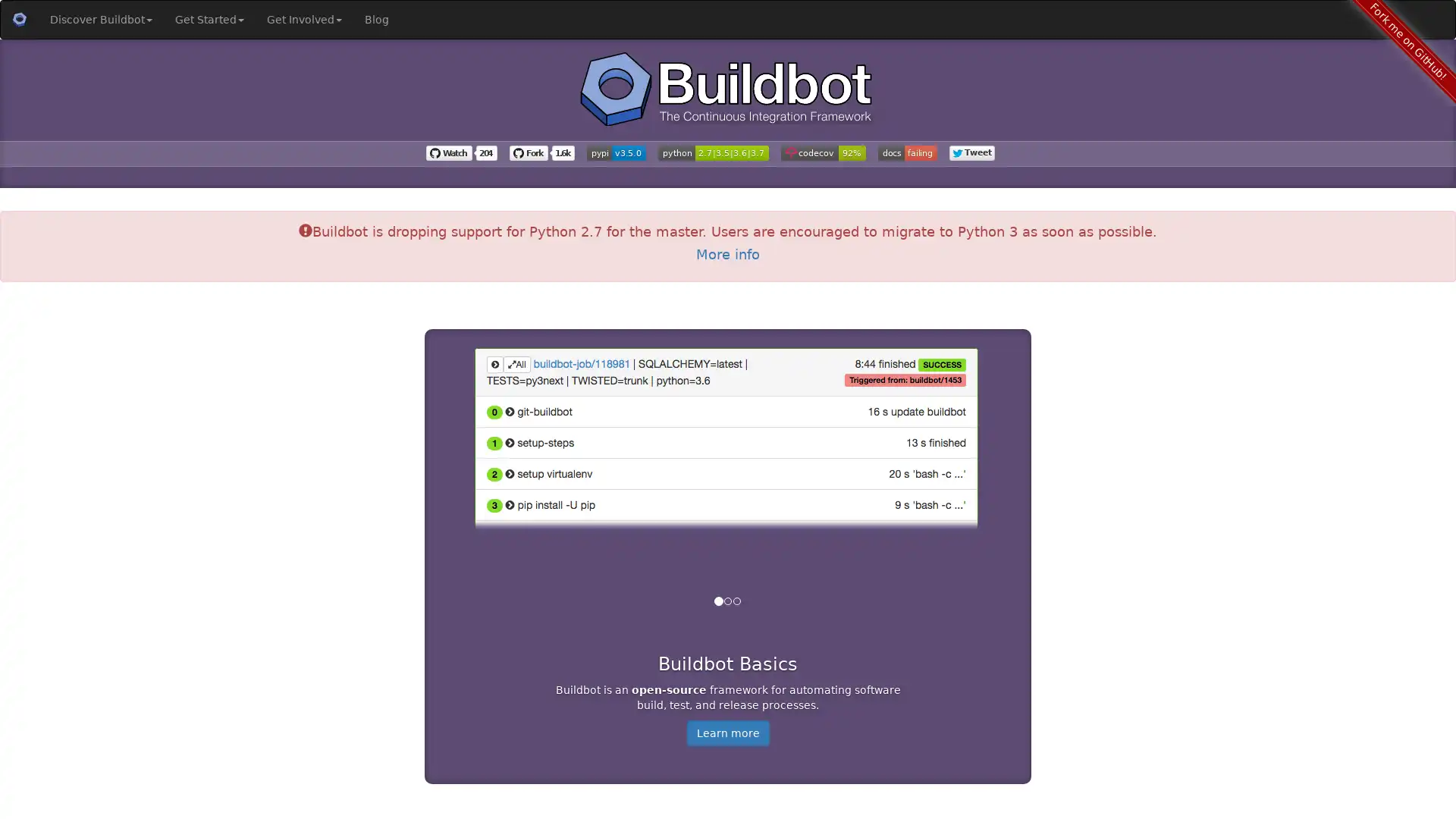 Image resolution: width=1456 pixels, height=819 pixels. Describe the element at coordinates (303, 20) in the screenshot. I see `Get Involved` at that location.